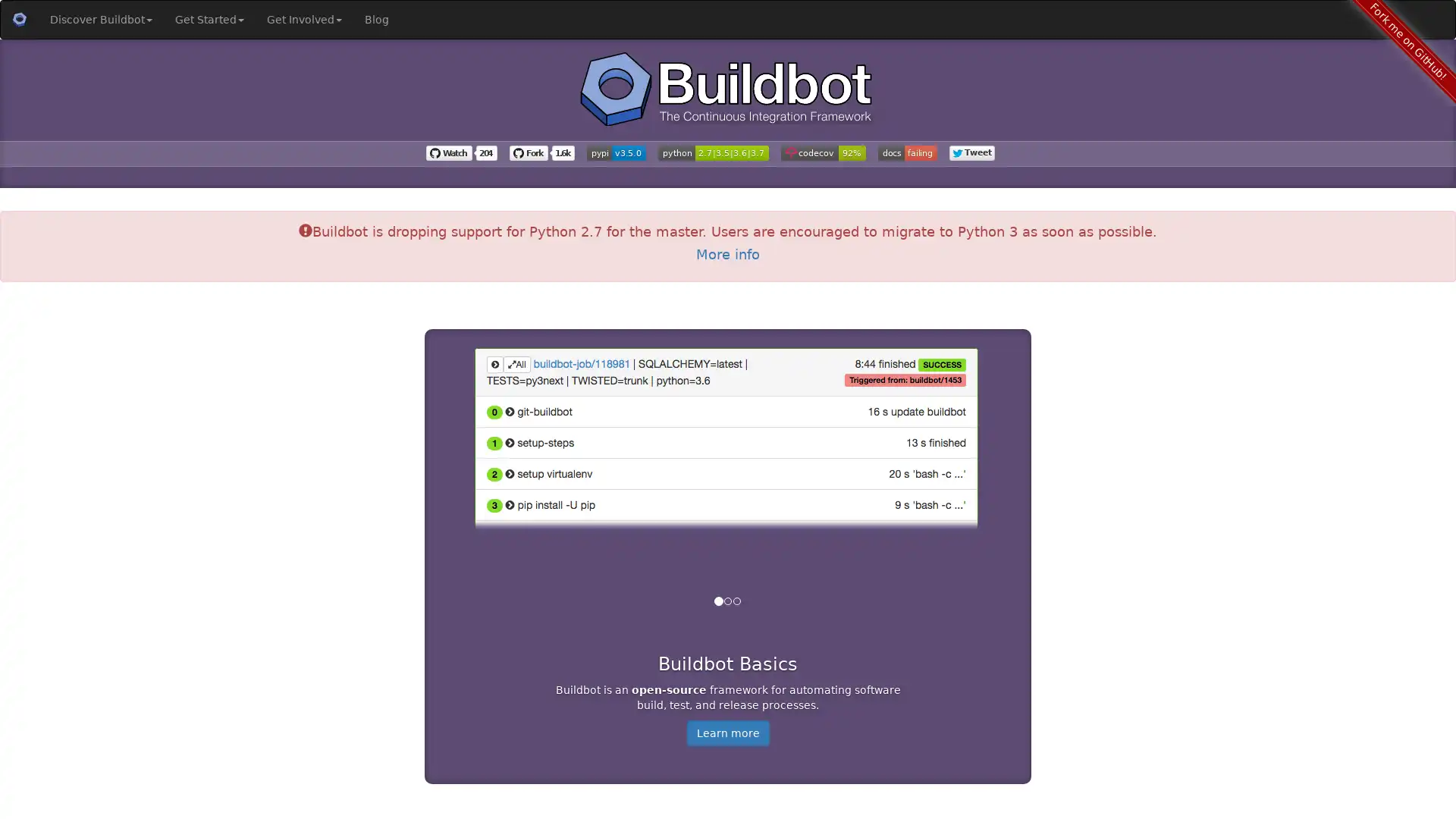 Image resolution: width=1456 pixels, height=819 pixels. Describe the element at coordinates (303, 20) in the screenshot. I see `Get Involved` at that location.